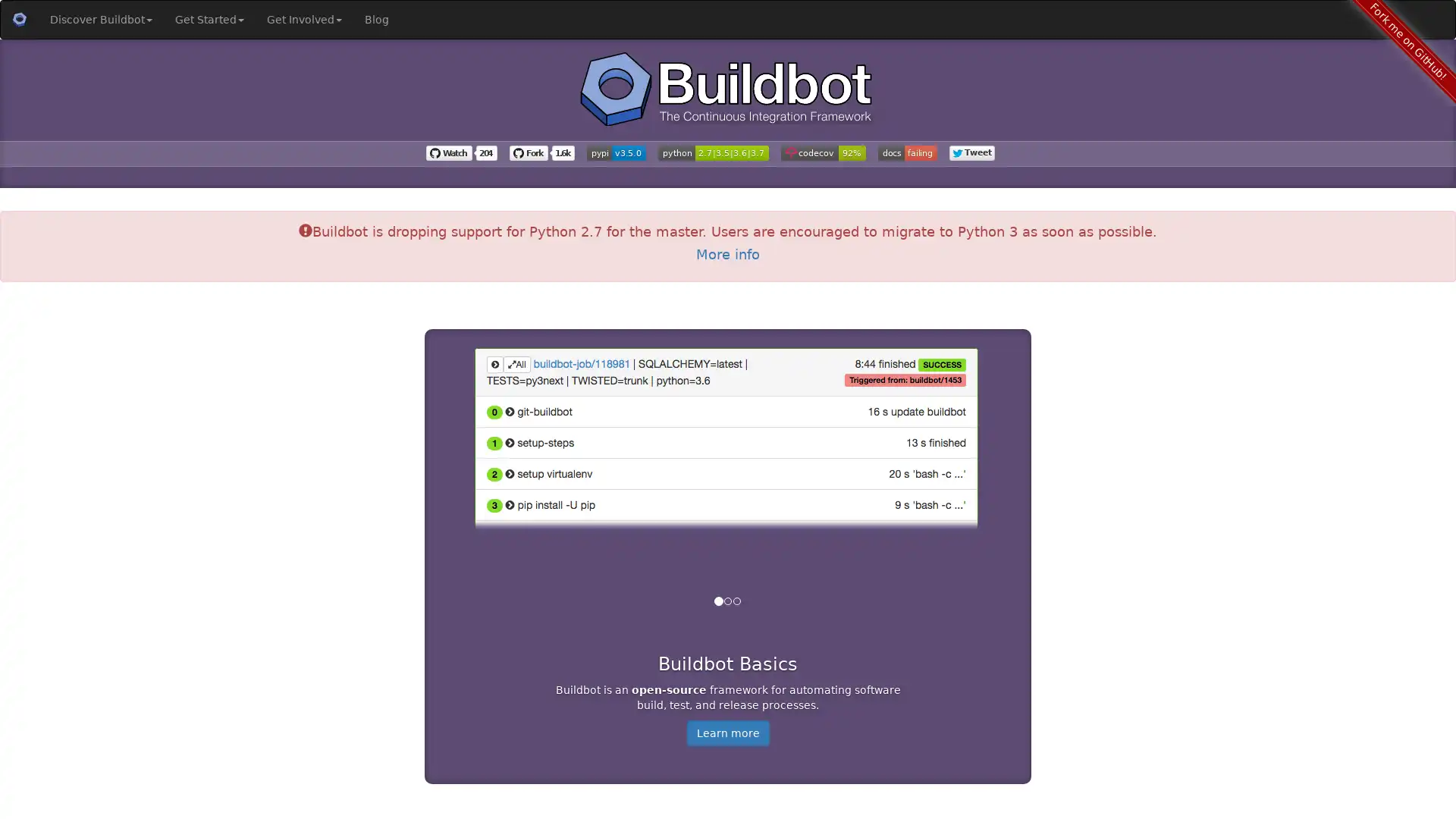 Image resolution: width=1456 pixels, height=819 pixels. Describe the element at coordinates (303, 20) in the screenshot. I see `Get Involved` at that location.